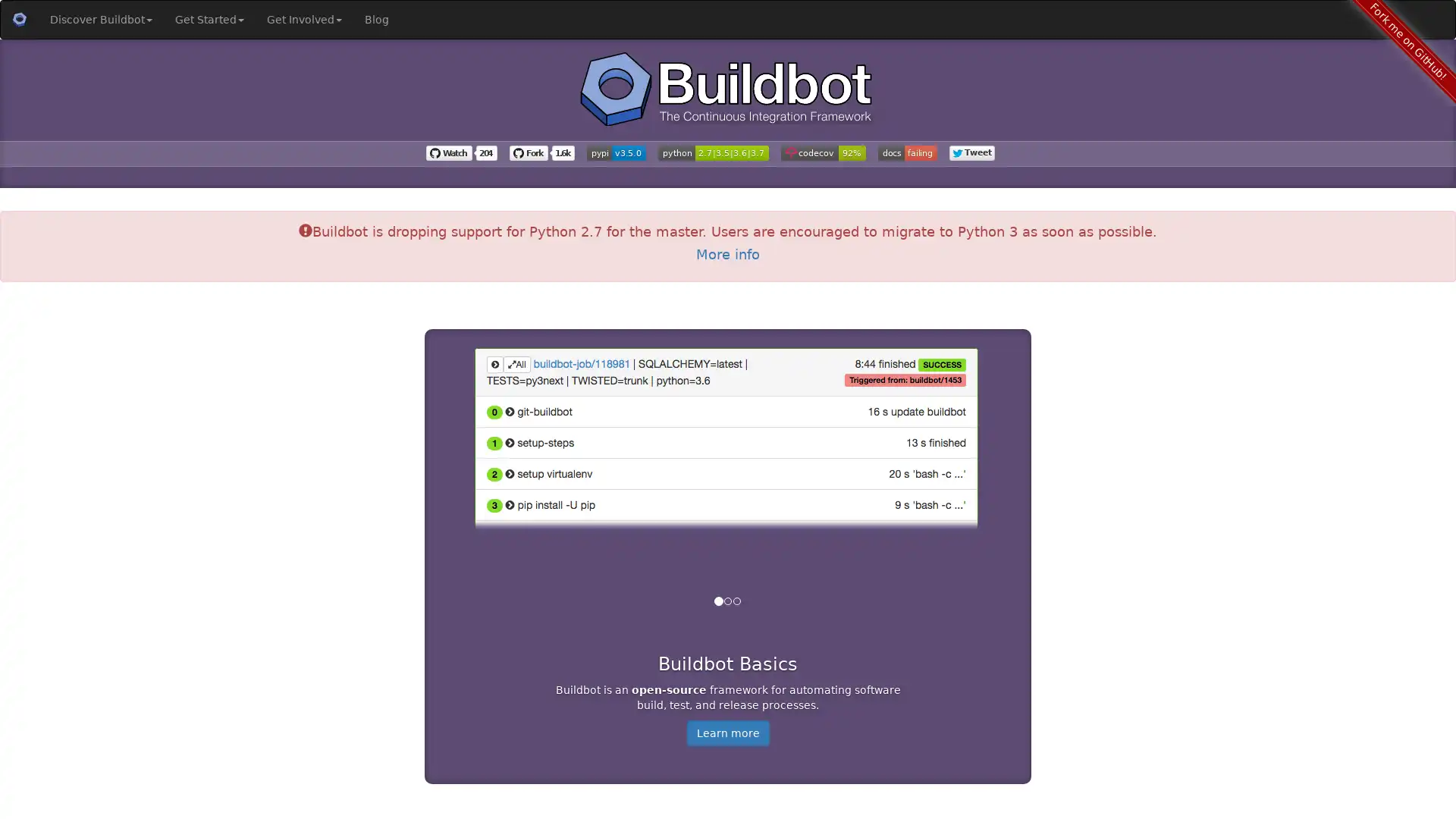 Image resolution: width=1456 pixels, height=819 pixels. Describe the element at coordinates (303, 20) in the screenshot. I see `Get Involved` at that location.